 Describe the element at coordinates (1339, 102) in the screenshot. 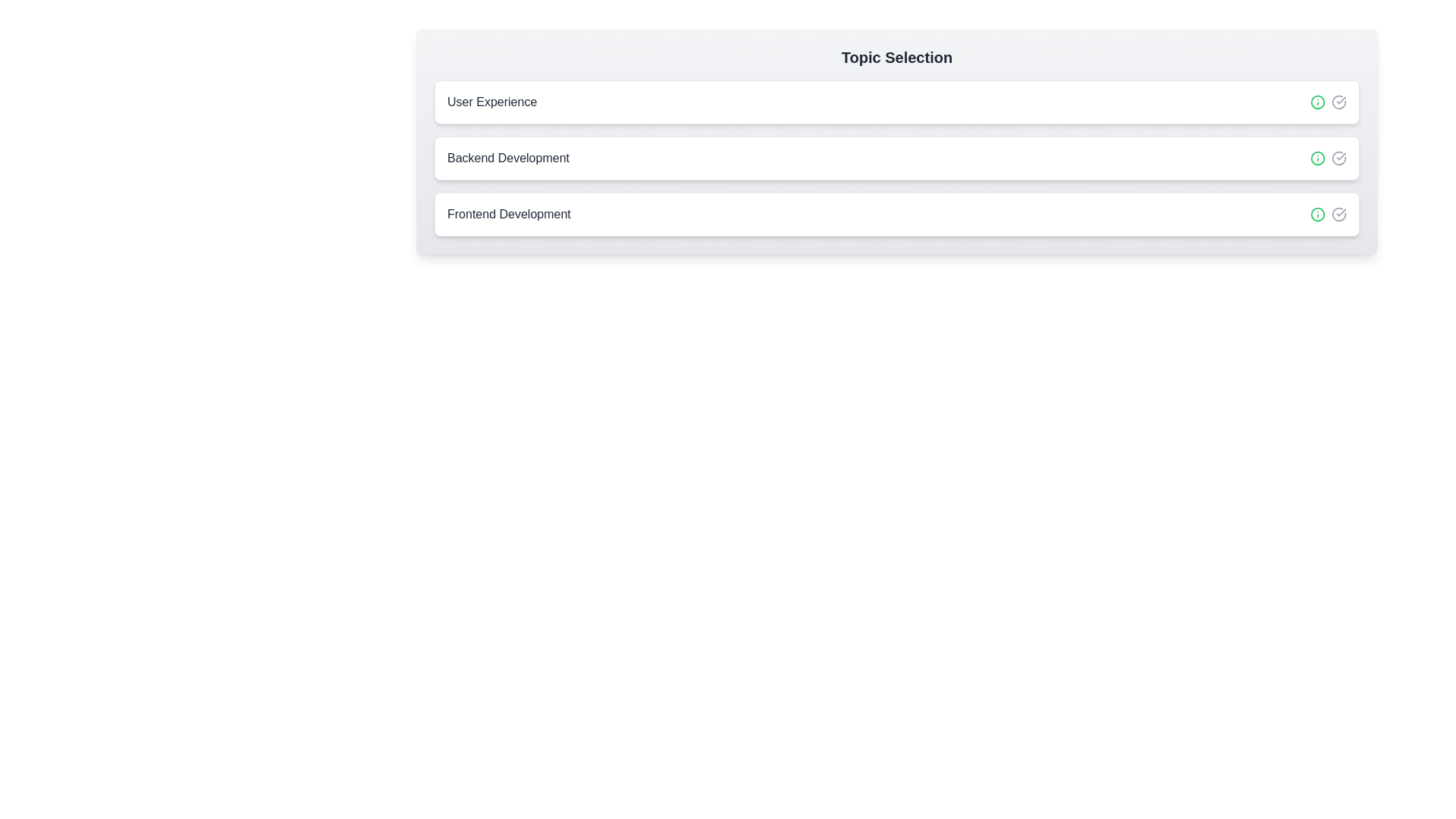

I see `the close icon of the selected chip to deselect it` at that location.